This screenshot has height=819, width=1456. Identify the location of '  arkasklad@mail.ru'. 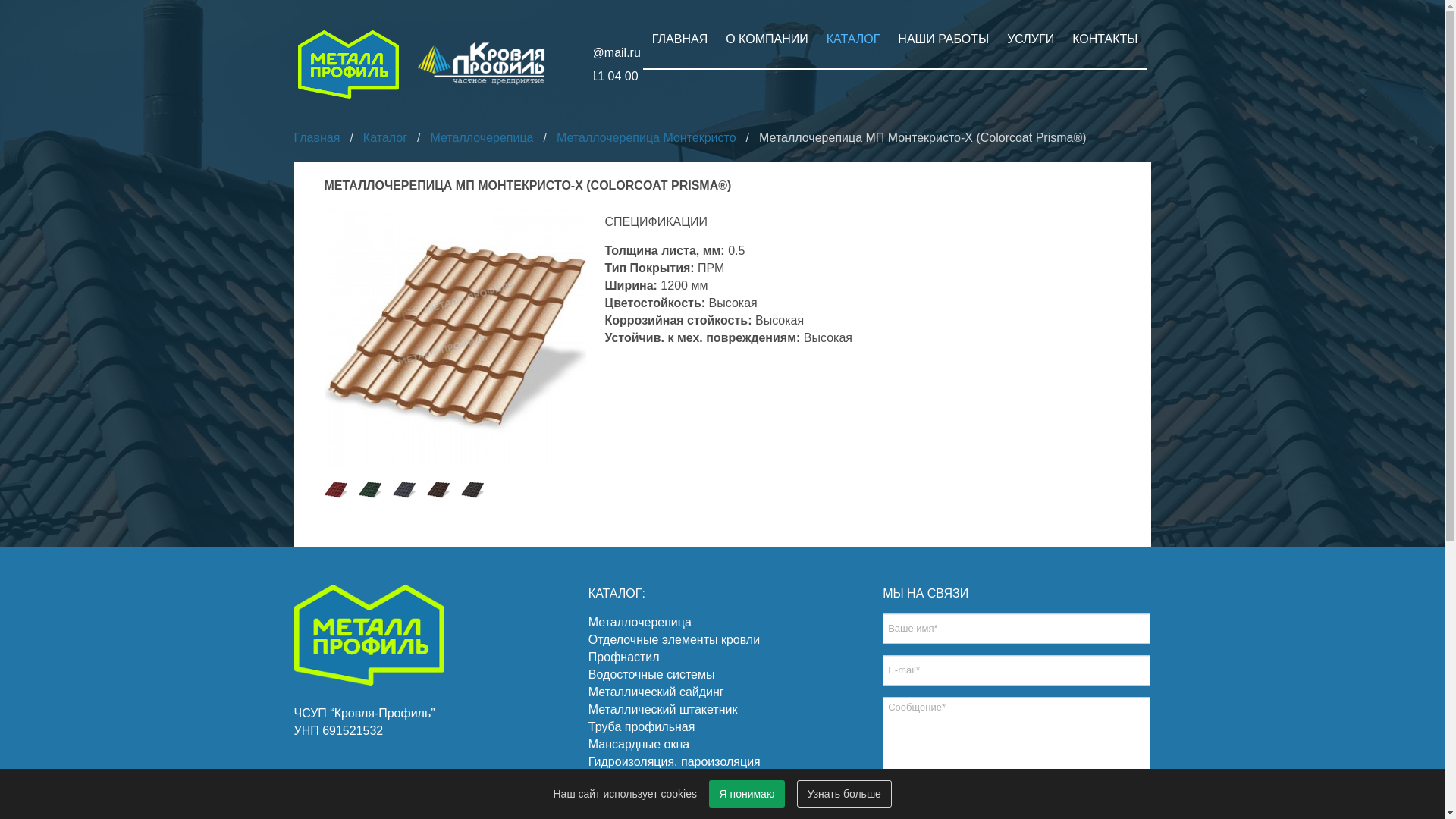
(573, 52).